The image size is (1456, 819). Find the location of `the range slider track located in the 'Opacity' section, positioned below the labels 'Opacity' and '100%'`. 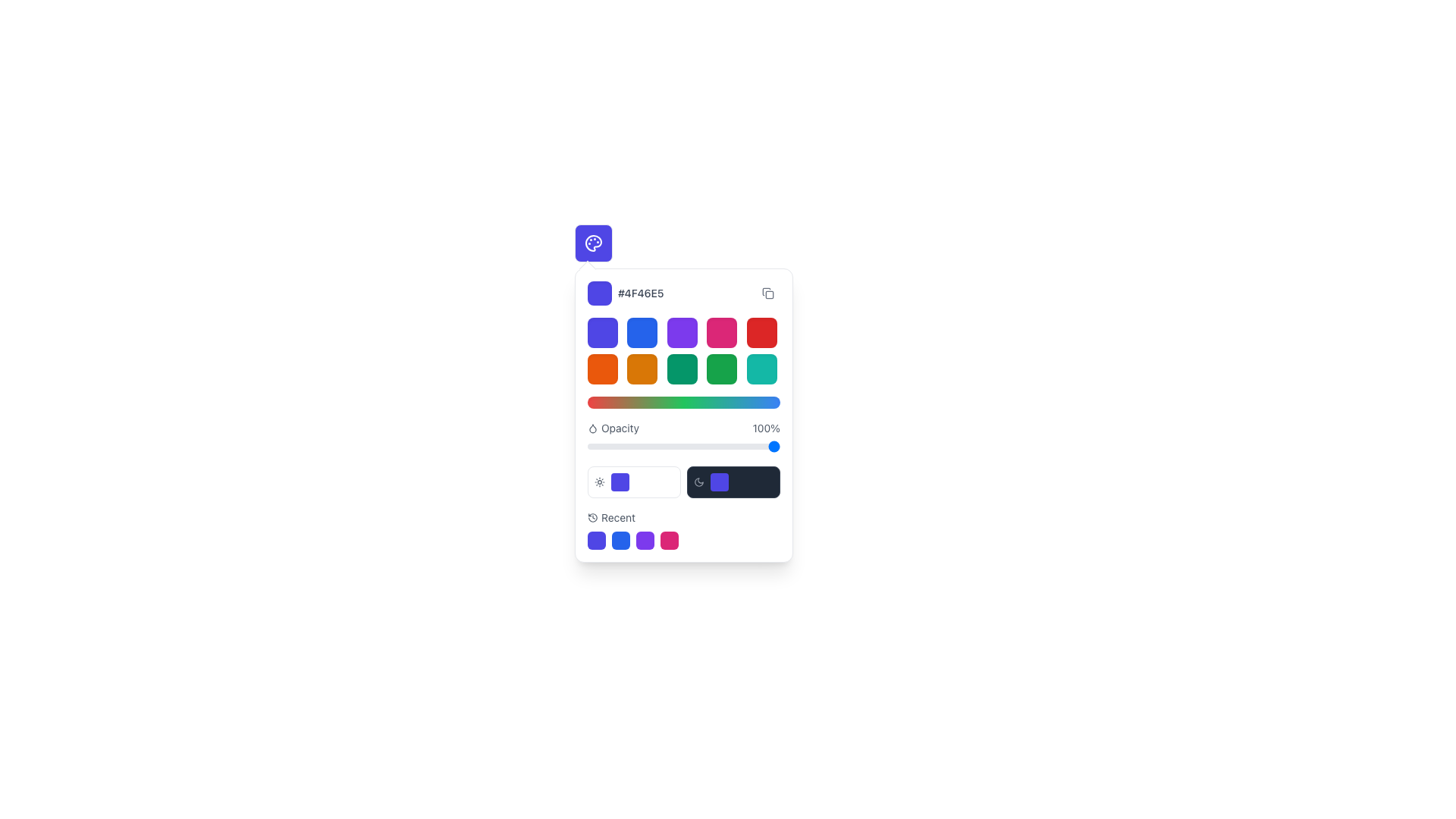

the range slider track located in the 'Opacity' section, positioned below the labels 'Opacity' and '100%' is located at coordinates (683, 446).